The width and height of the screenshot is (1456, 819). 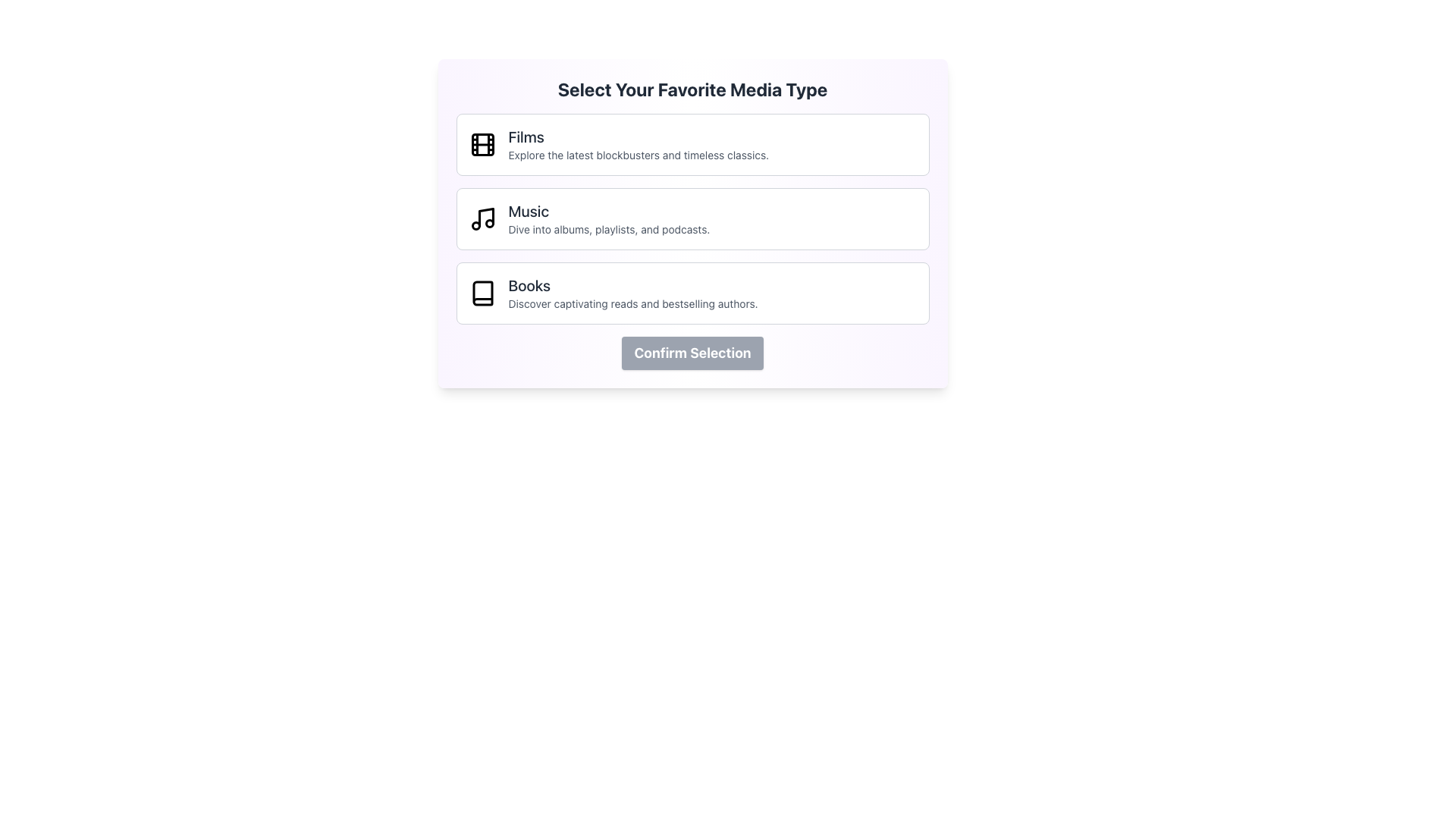 I want to click on the second interactive card in the list of media types located below the title 'Select Your Favorite Media Type', so click(x=692, y=219).